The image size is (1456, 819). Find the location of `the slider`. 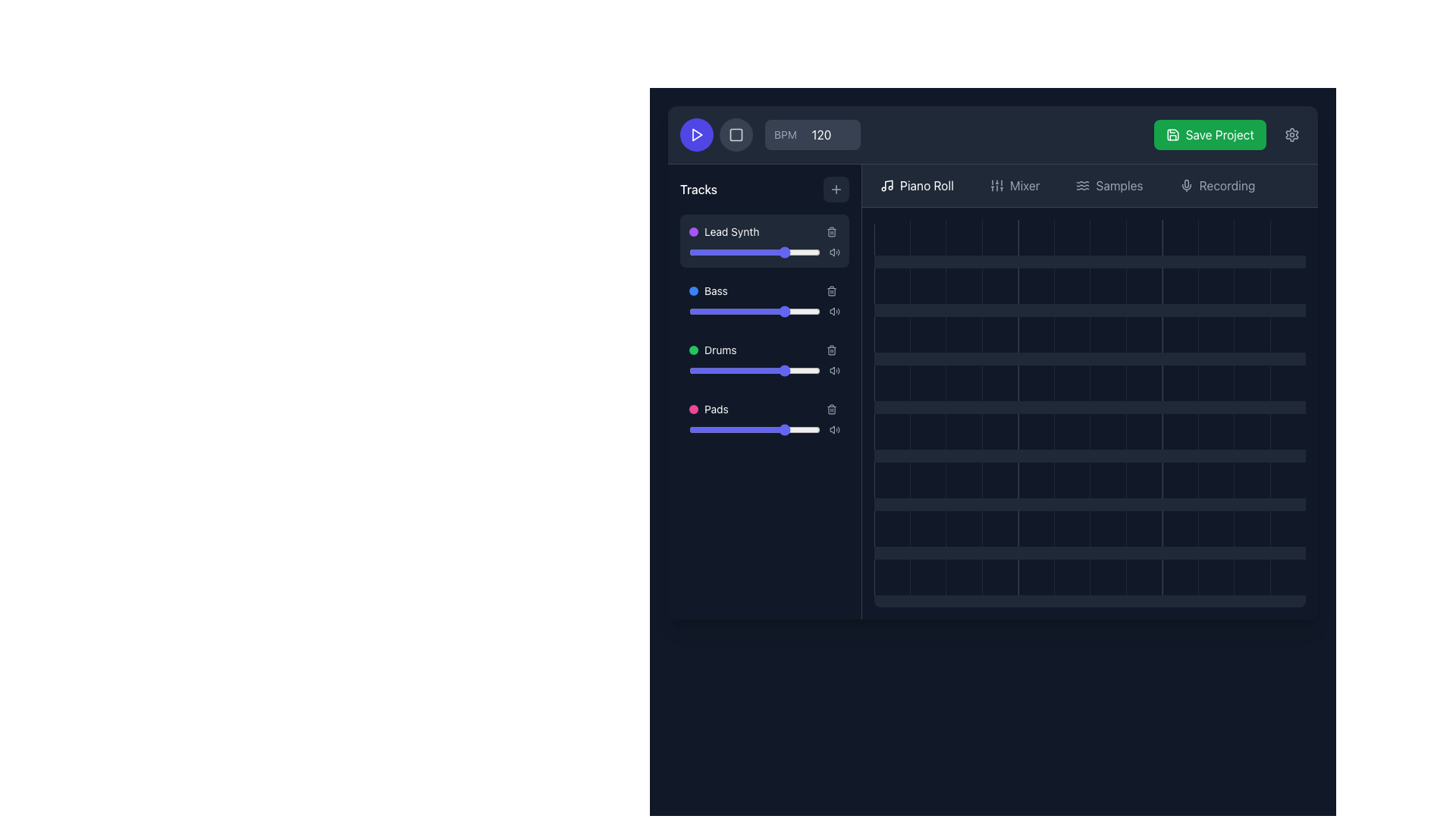

the slider is located at coordinates (733, 311).